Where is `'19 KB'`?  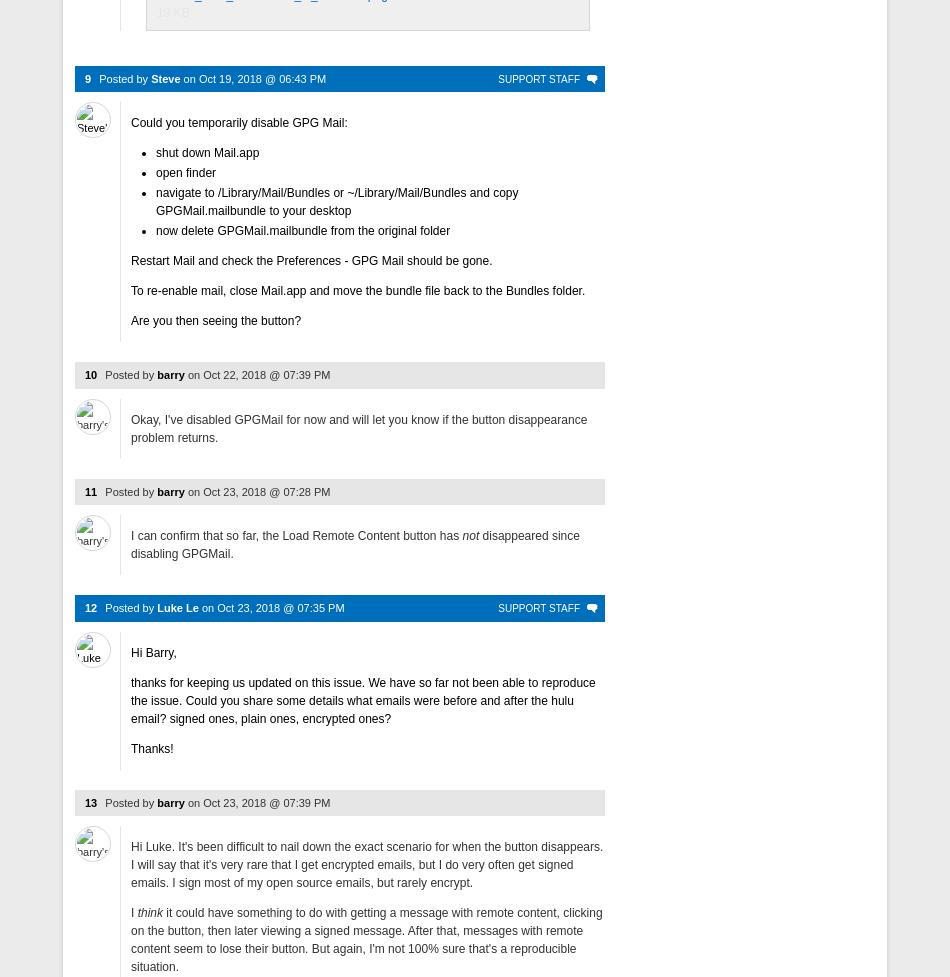
'19 KB' is located at coordinates (172, 12).